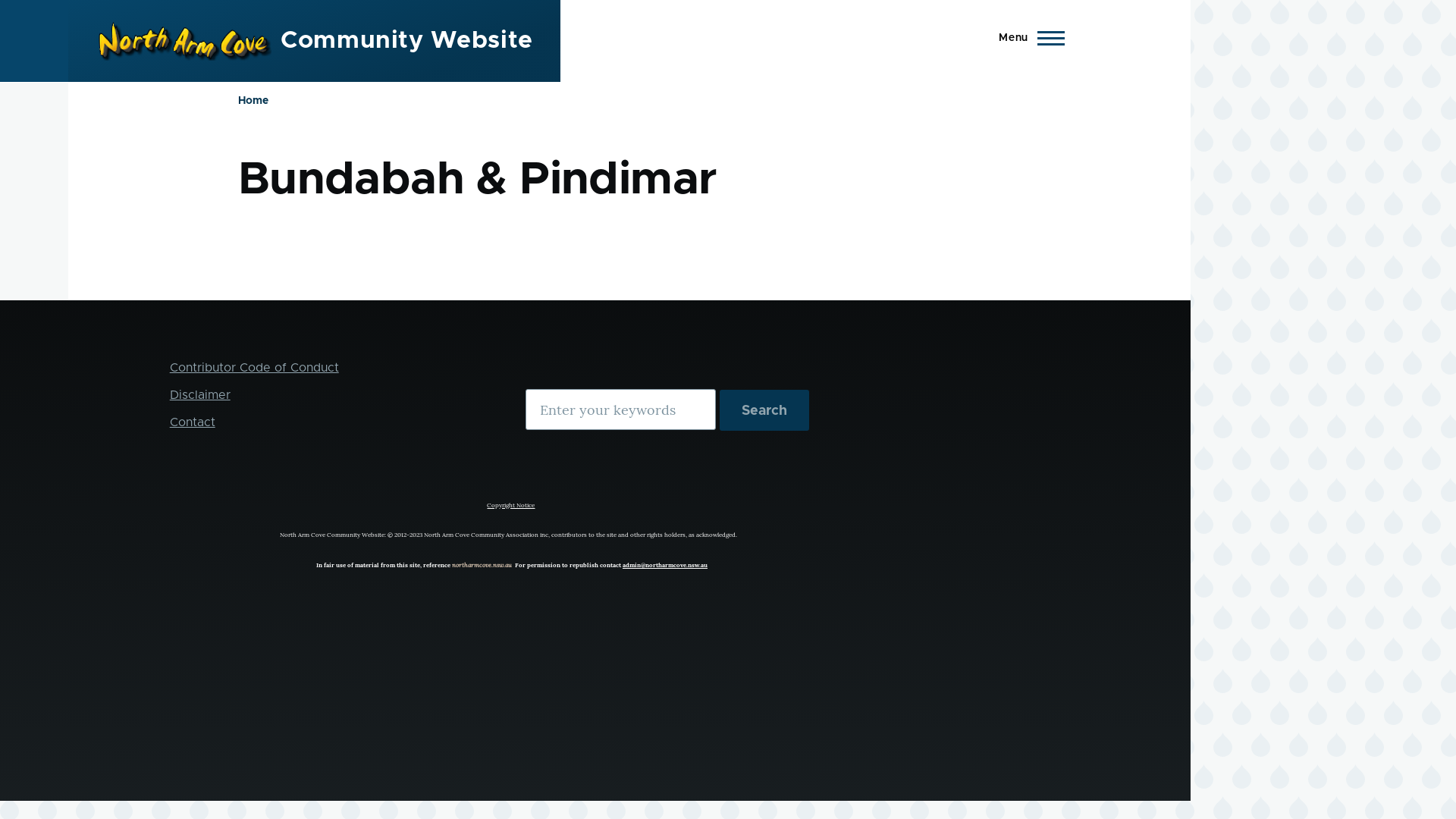  What do you see at coordinates (170, 422) in the screenshot?
I see `'Contact'` at bounding box center [170, 422].